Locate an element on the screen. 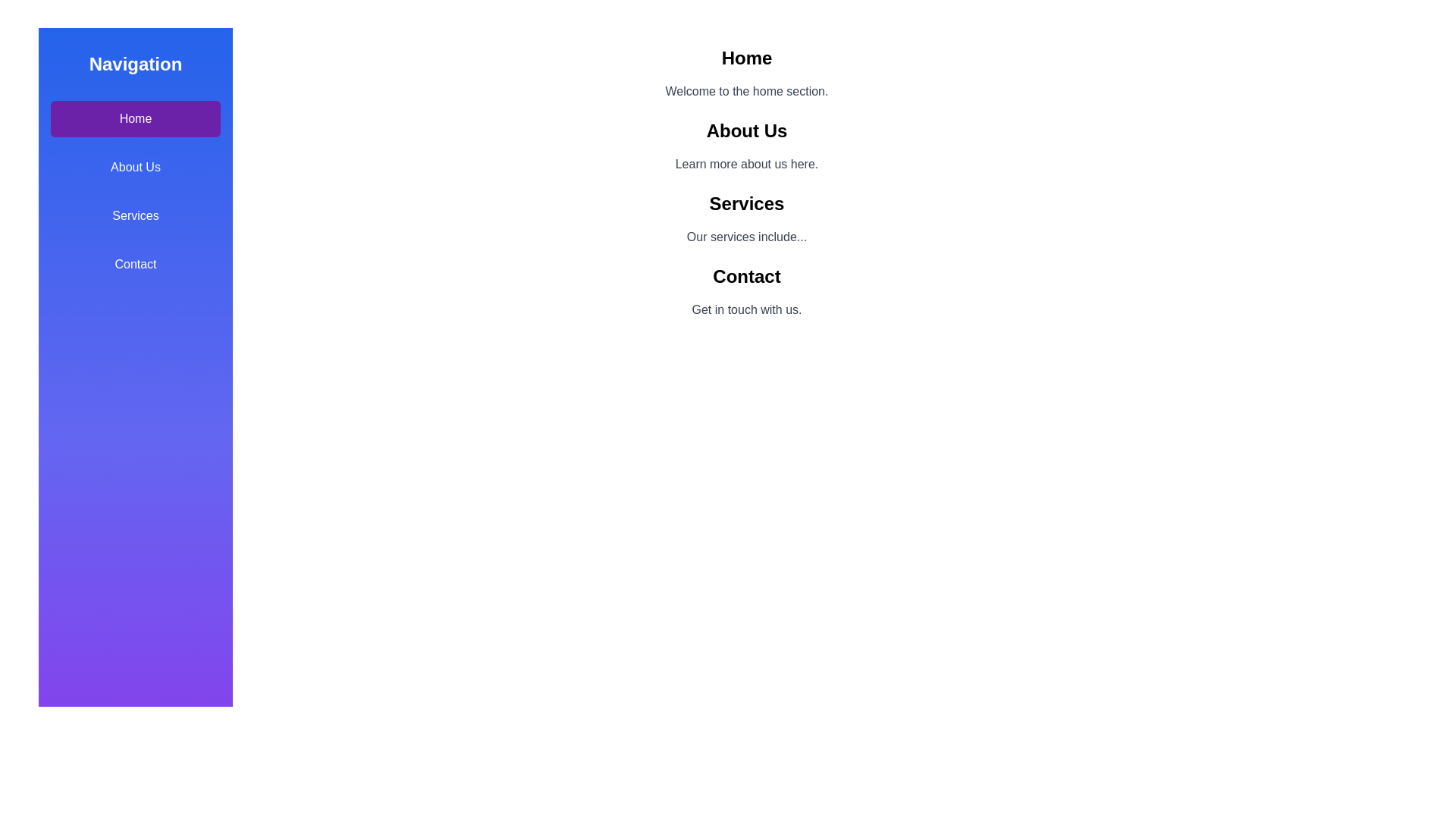 The image size is (1456, 819). the 'Services' button in the vertical navigation menu to observe its hover effect is located at coordinates (135, 216).